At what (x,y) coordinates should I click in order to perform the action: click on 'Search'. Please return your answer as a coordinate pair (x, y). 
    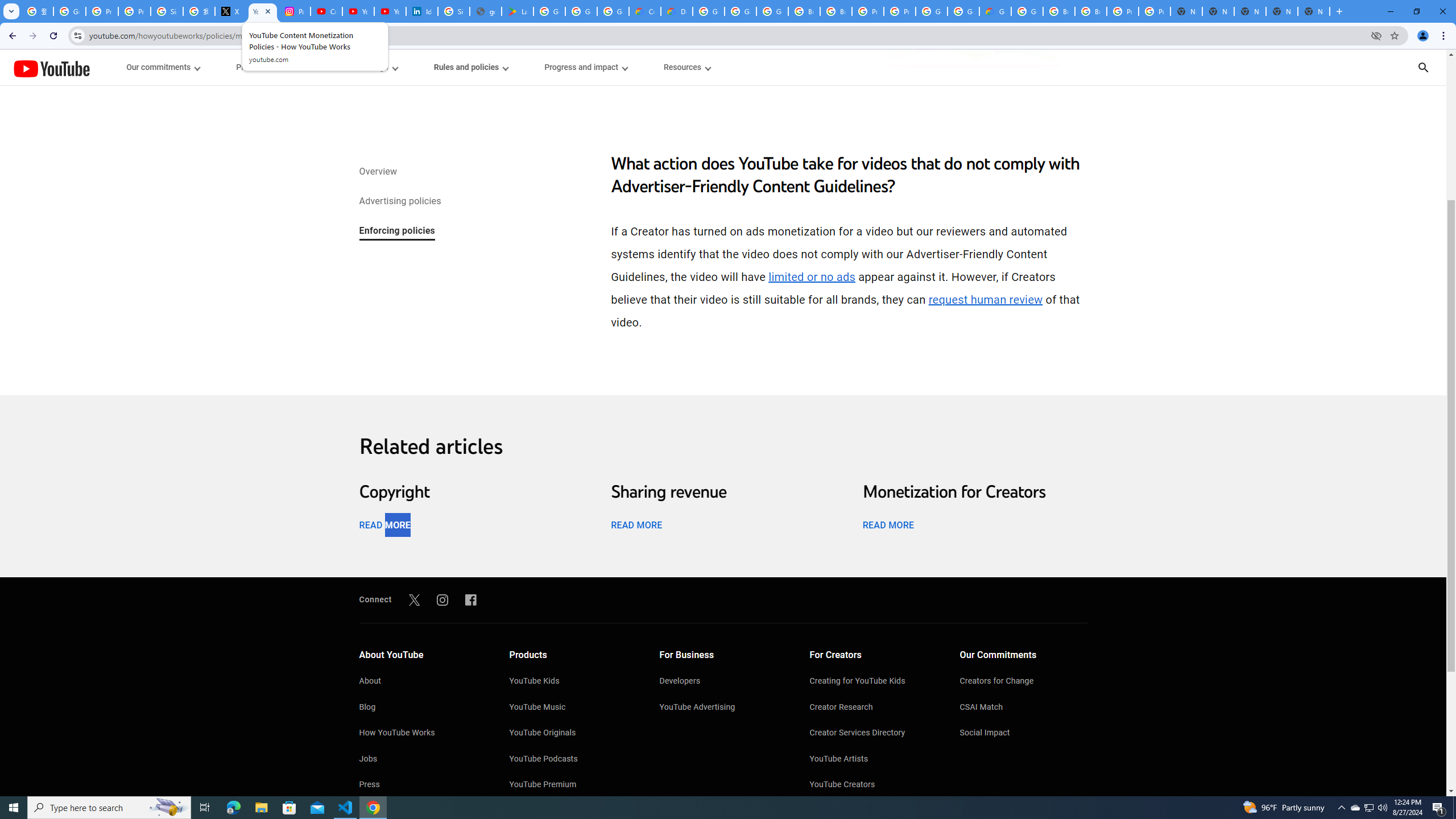
    Looking at the image, I should click on (1438, 67).